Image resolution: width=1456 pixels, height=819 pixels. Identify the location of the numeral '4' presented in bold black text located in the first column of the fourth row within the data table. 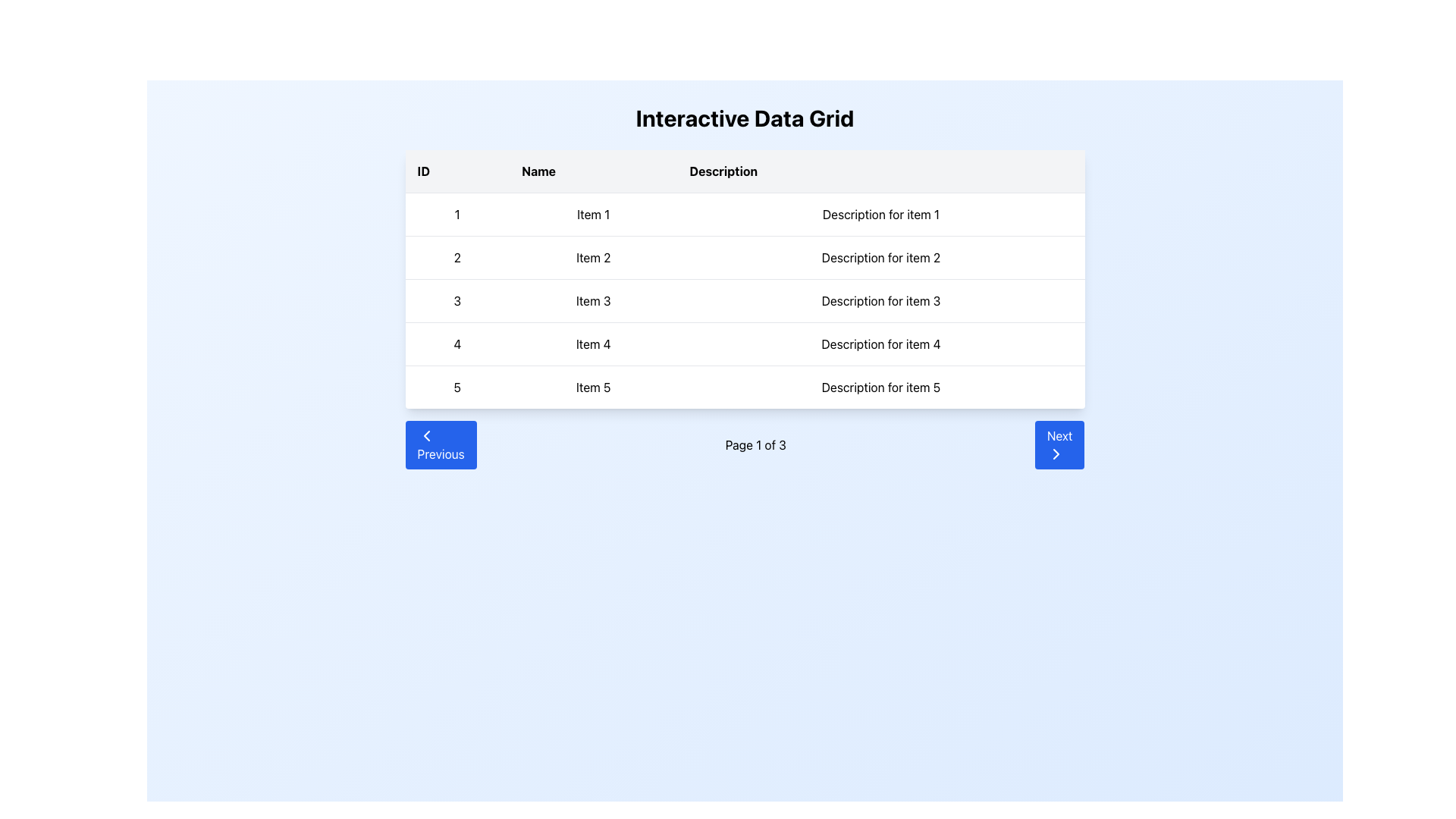
(457, 344).